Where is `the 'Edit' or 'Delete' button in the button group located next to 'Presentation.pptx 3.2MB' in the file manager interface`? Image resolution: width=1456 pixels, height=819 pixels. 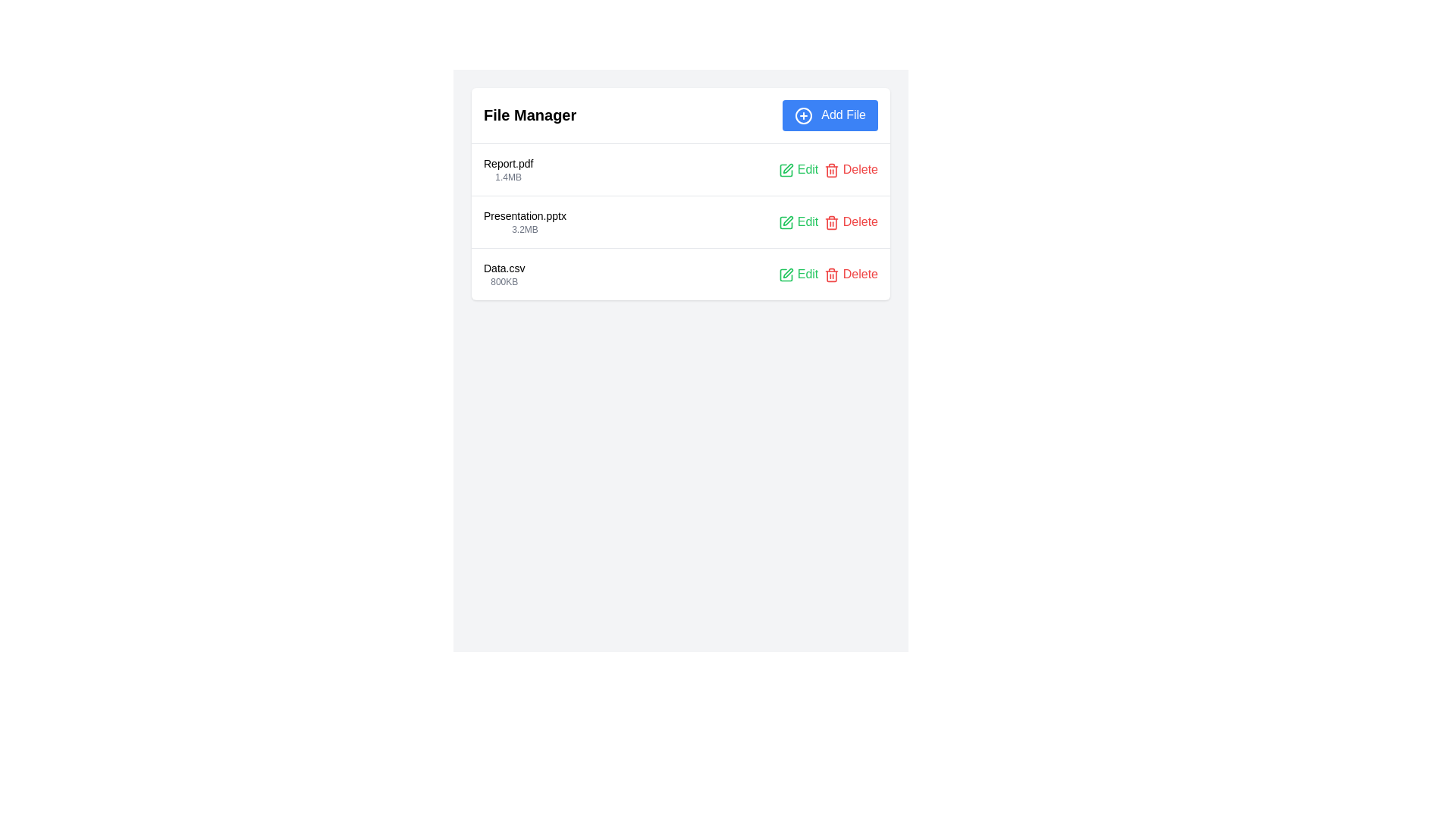 the 'Edit' or 'Delete' button in the button group located next to 'Presentation.pptx 3.2MB' in the file manager interface is located at coordinates (827, 221).